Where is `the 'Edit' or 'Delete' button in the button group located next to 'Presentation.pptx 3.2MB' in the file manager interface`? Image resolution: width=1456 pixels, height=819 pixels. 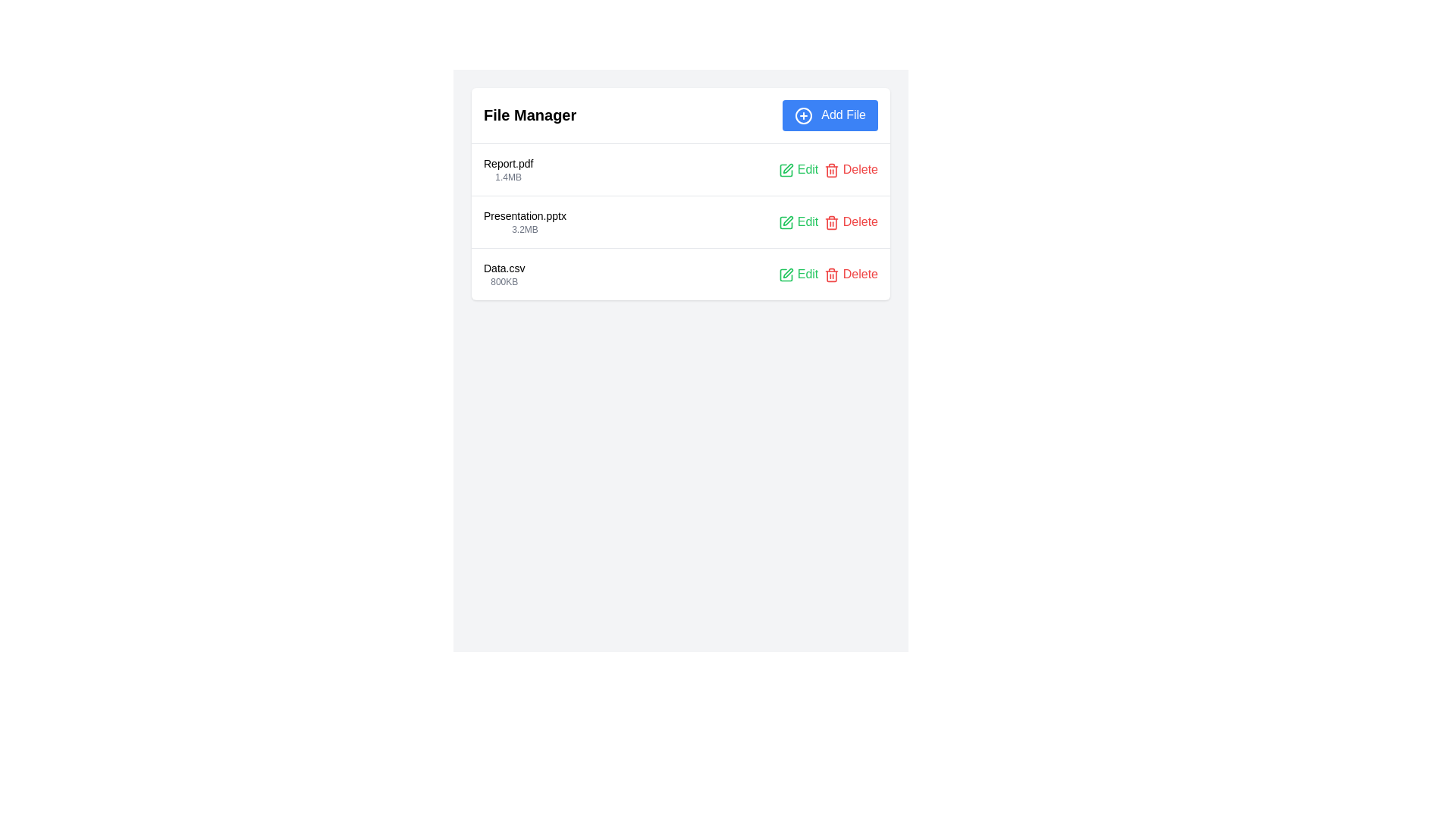 the 'Edit' or 'Delete' button in the button group located next to 'Presentation.pptx 3.2MB' in the file manager interface is located at coordinates (827, 221).